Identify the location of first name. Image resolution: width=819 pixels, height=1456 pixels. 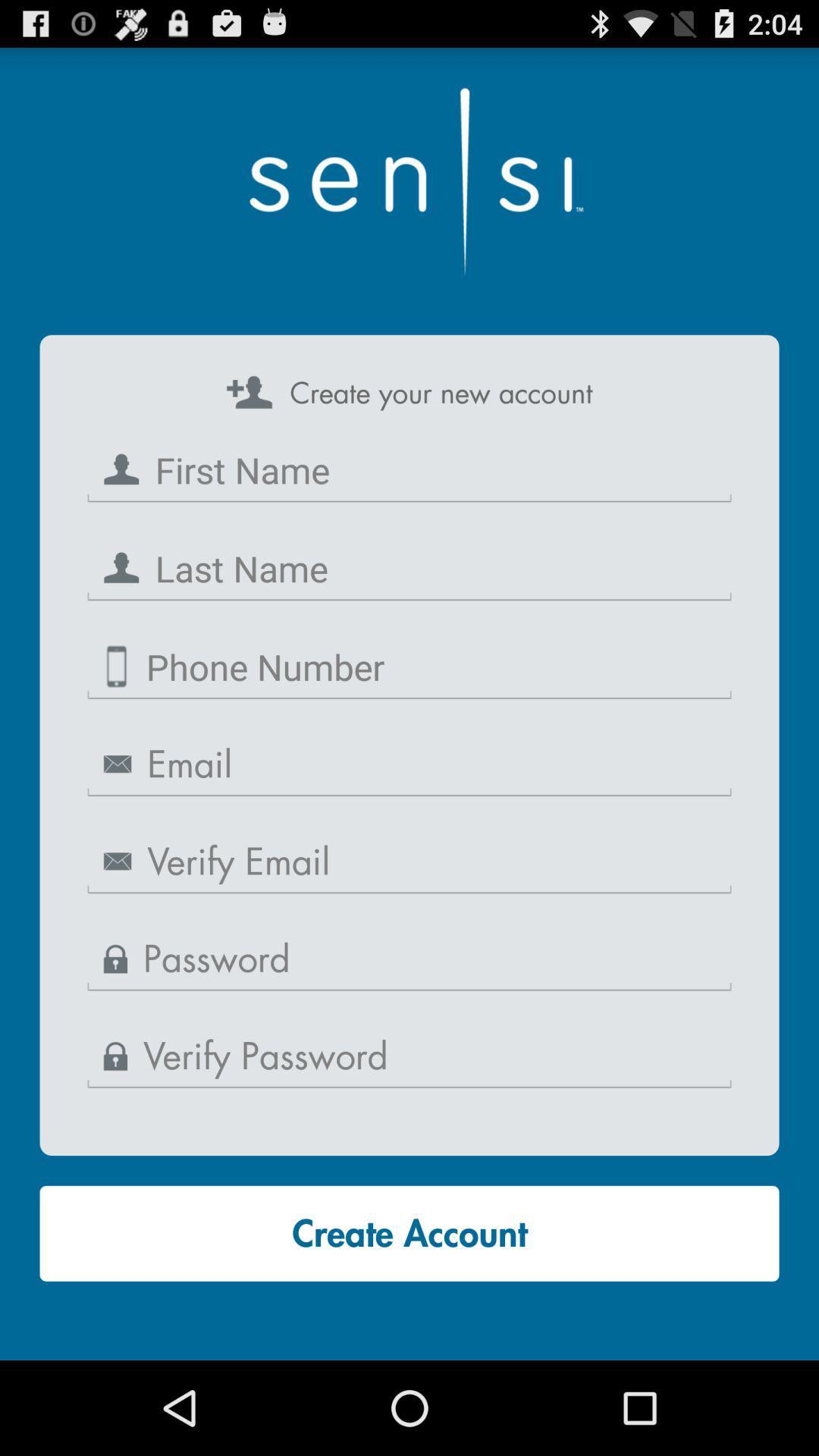
(409, 469).